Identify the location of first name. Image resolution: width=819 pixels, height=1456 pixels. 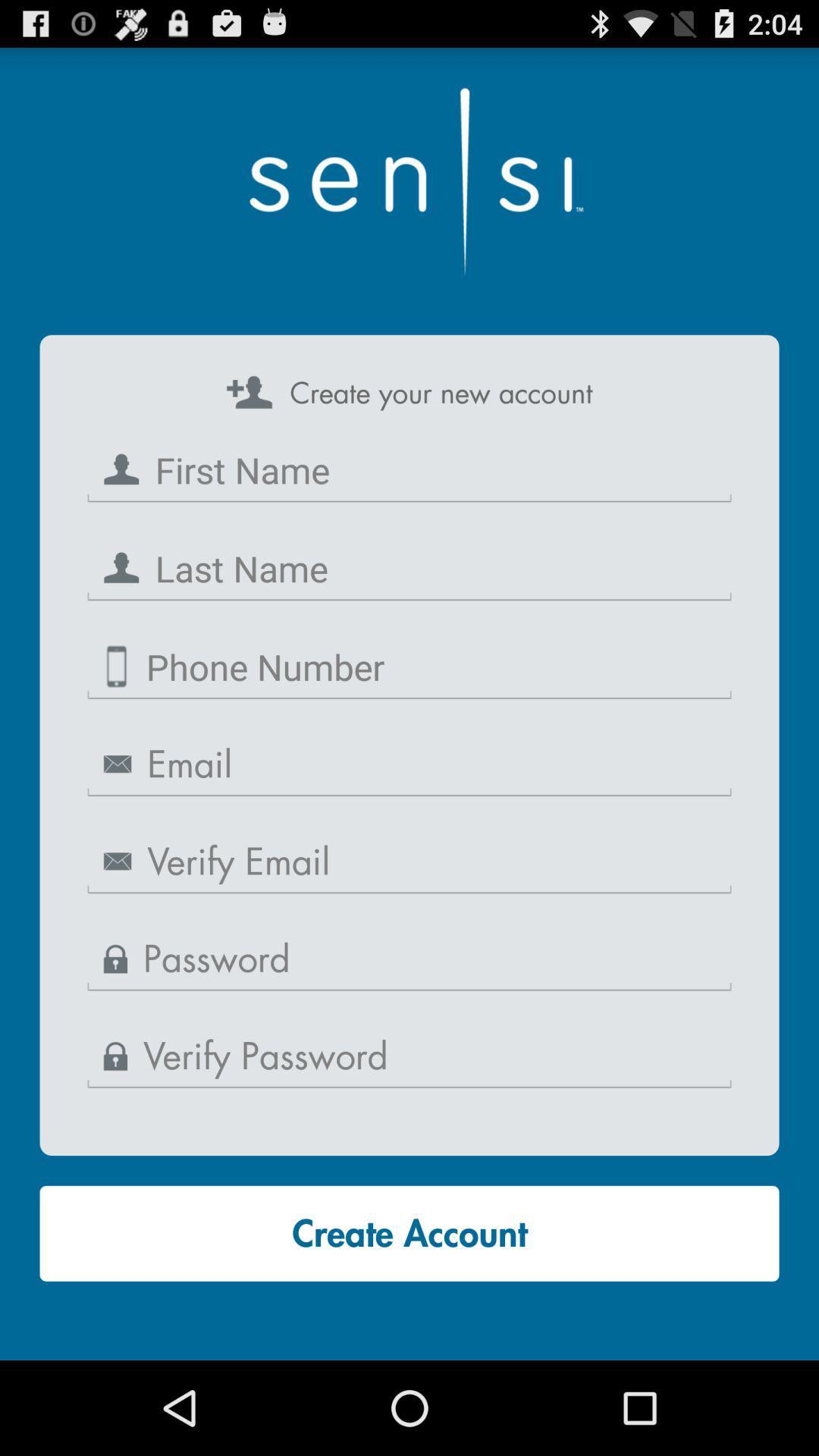
(409, 469).